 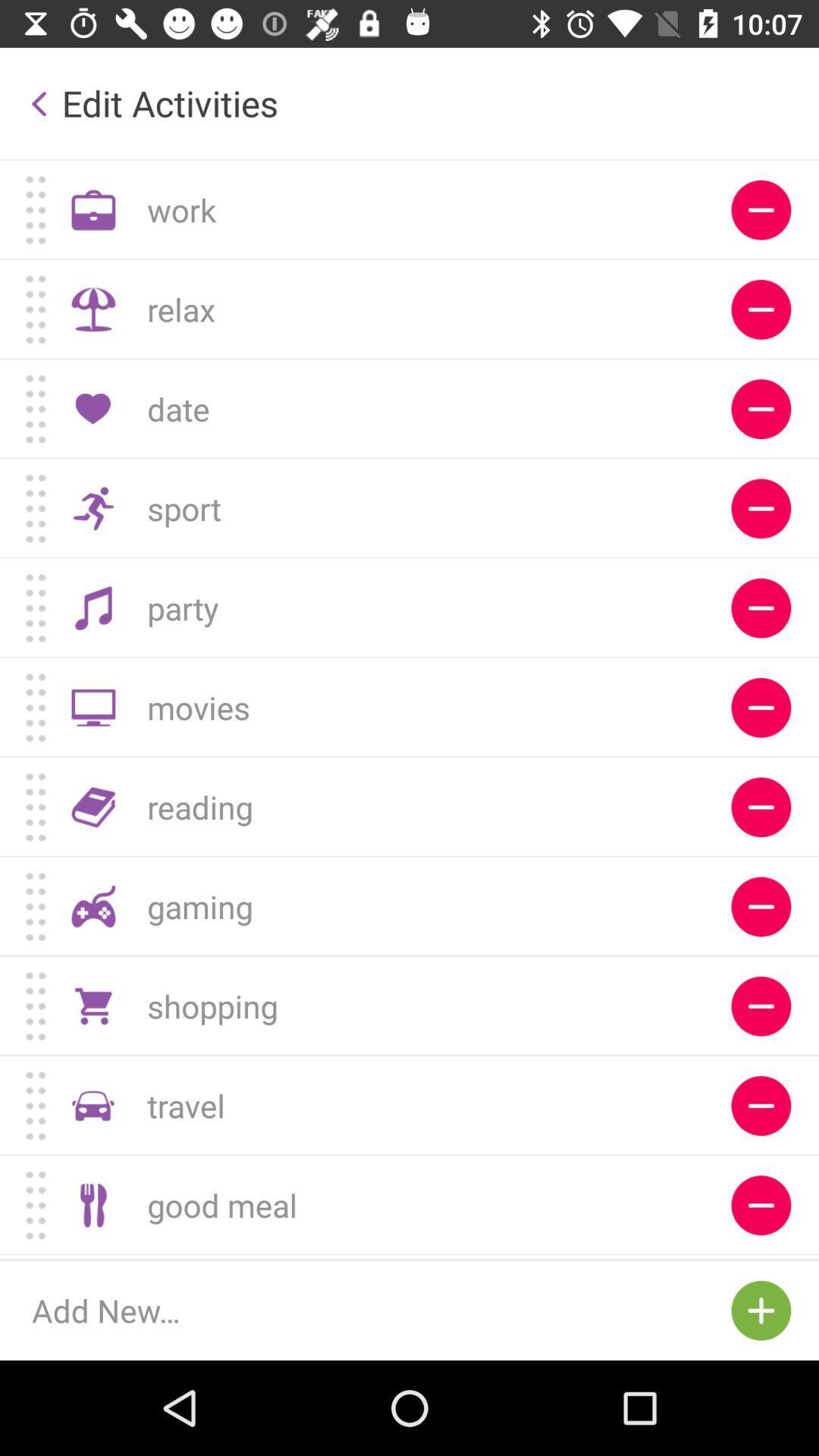 I want to click on the icon which is left side of the gaming, so click(x=93, y=906).